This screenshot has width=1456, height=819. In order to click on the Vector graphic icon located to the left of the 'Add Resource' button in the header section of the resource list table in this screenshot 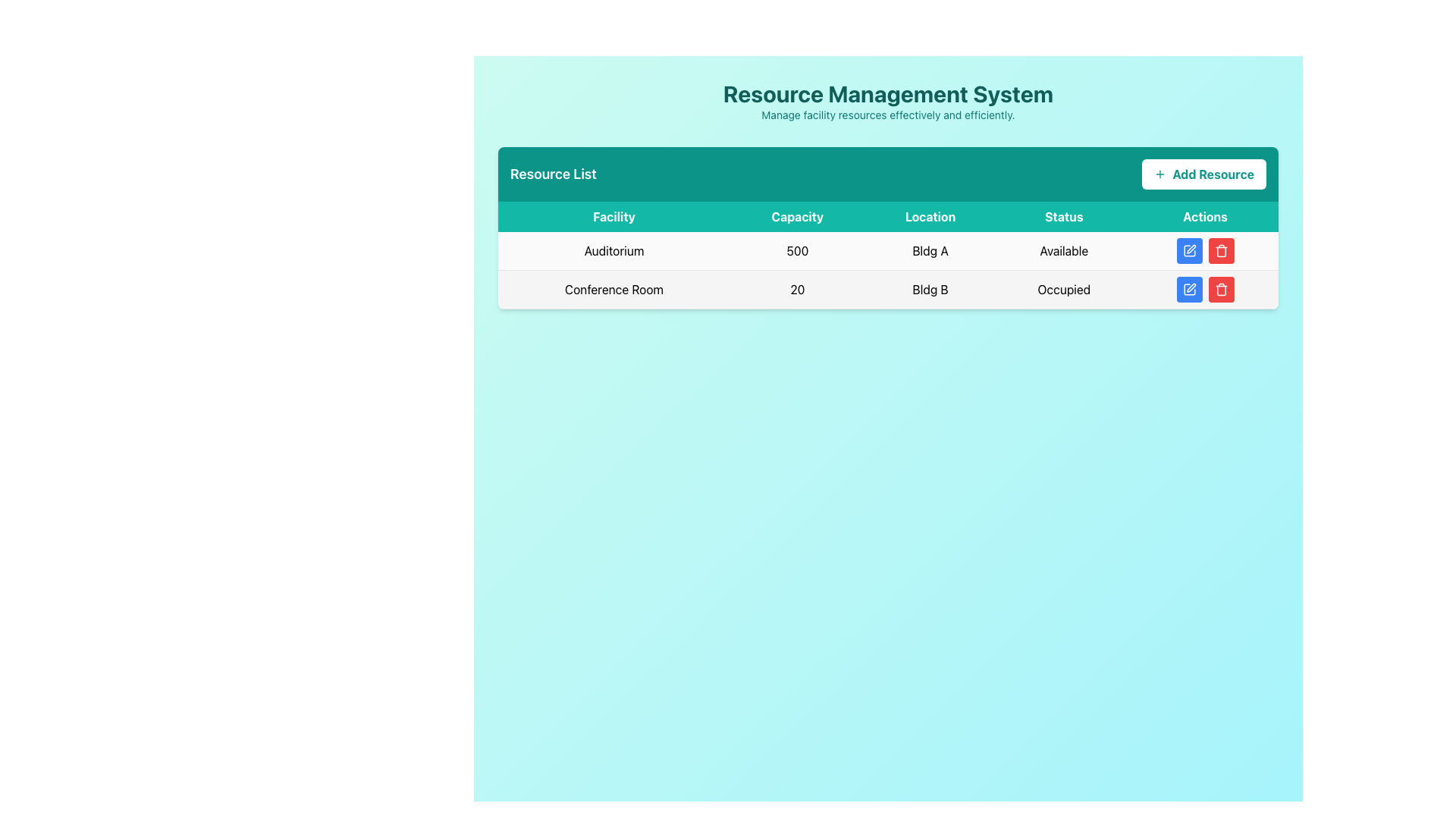, I will do `click(1159, 174)`.